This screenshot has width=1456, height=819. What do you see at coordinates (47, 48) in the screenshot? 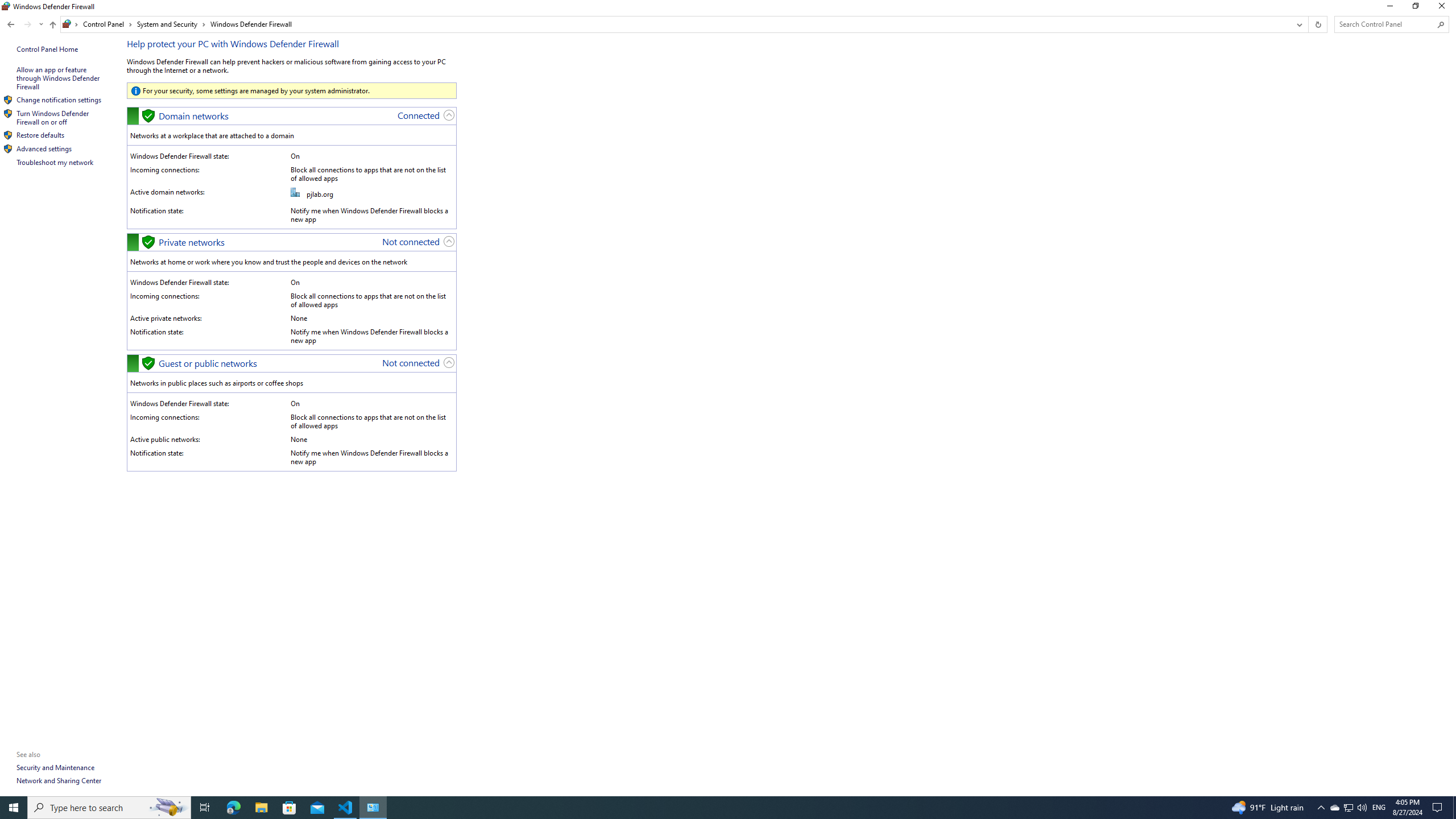
I see `'Control Panel Home'` at bounding box center [47, 48].